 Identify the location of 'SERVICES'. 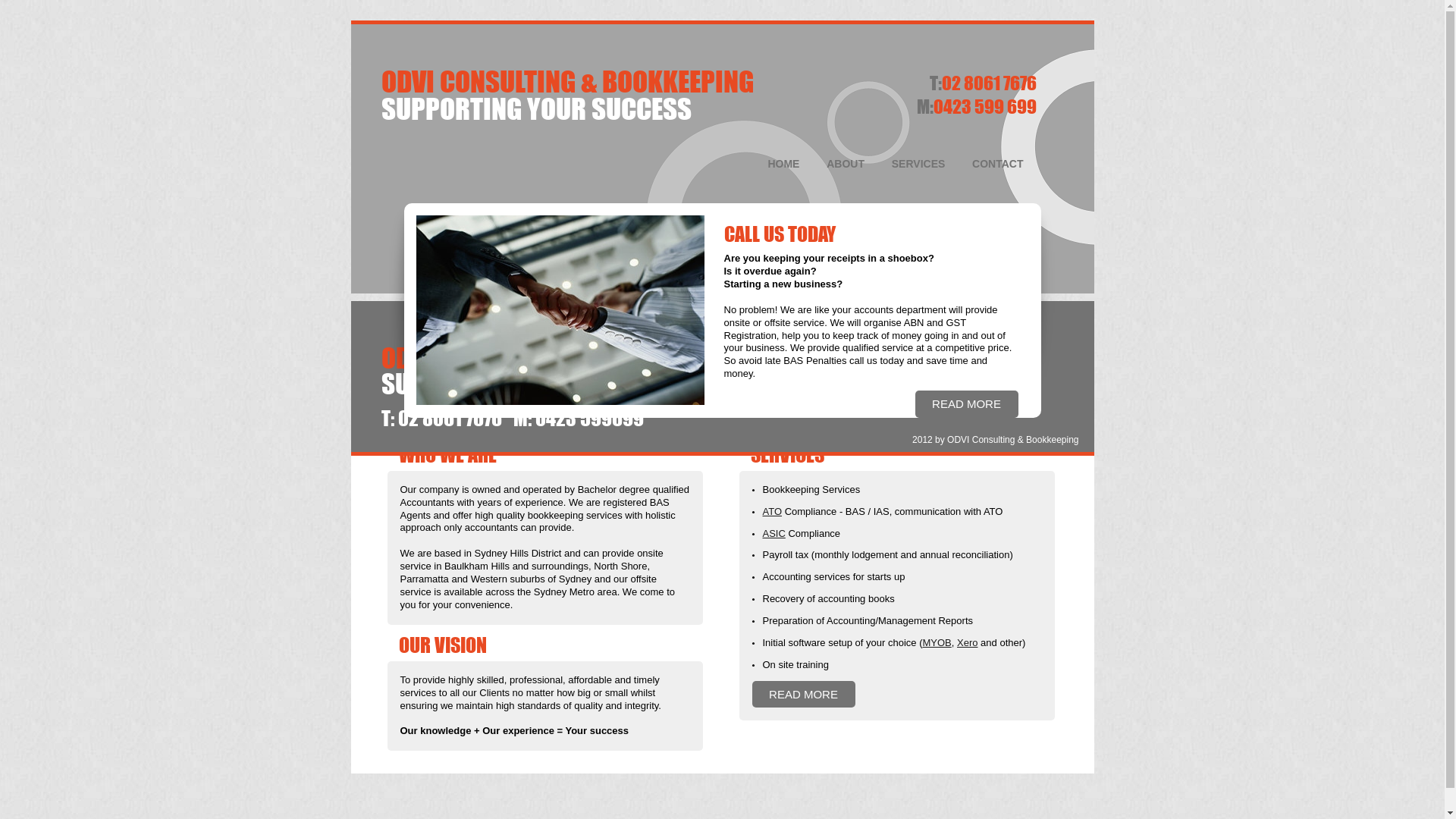
(880, 164).